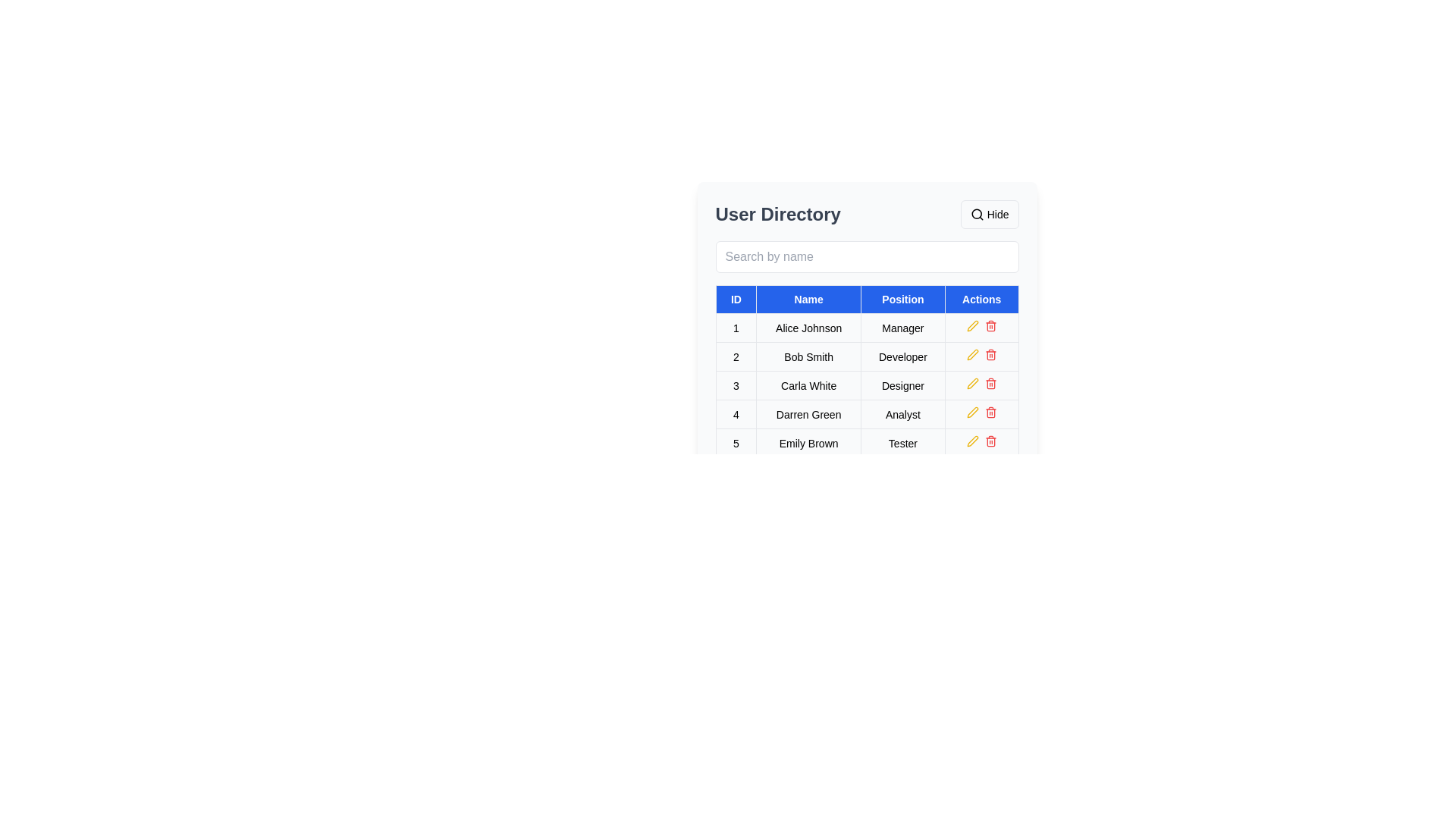 This screenshot has width=1456, height=819. Describe the element at coordinates (990, 412) in the screenshot. I see `the delete icon button located in the 'Actions' column for 'Darren Green - Analyst' to invoke its delete functionality` at that location.